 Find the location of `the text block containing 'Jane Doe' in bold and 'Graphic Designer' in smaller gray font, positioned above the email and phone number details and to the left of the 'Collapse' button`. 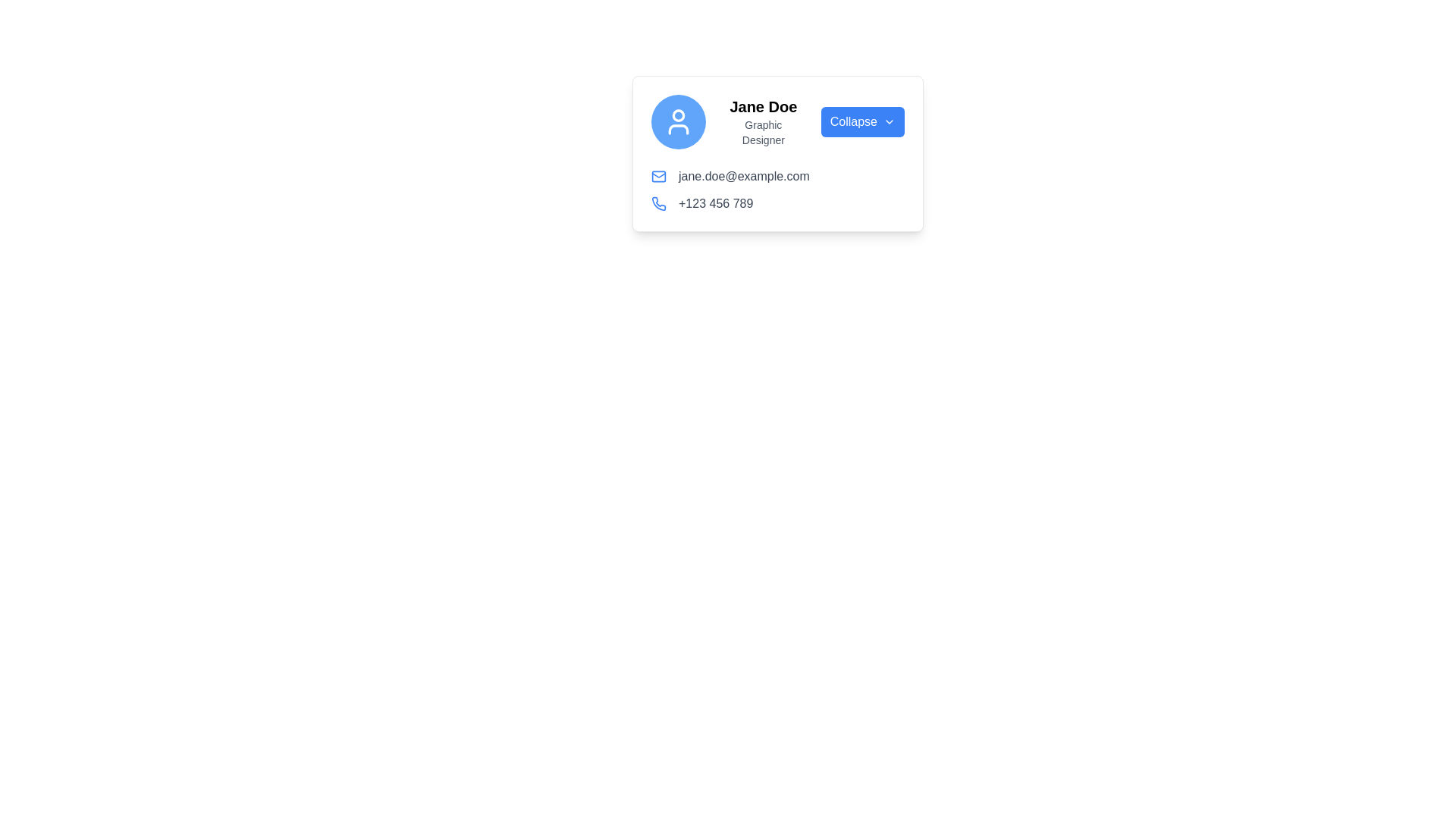

the text block containing 'Jane Doe' in bold and 'Graphic Designer' in smaller gray font, positioned above the email and phone number details and to the left of the 'Collapse' button is located at coordinates (763, 121).